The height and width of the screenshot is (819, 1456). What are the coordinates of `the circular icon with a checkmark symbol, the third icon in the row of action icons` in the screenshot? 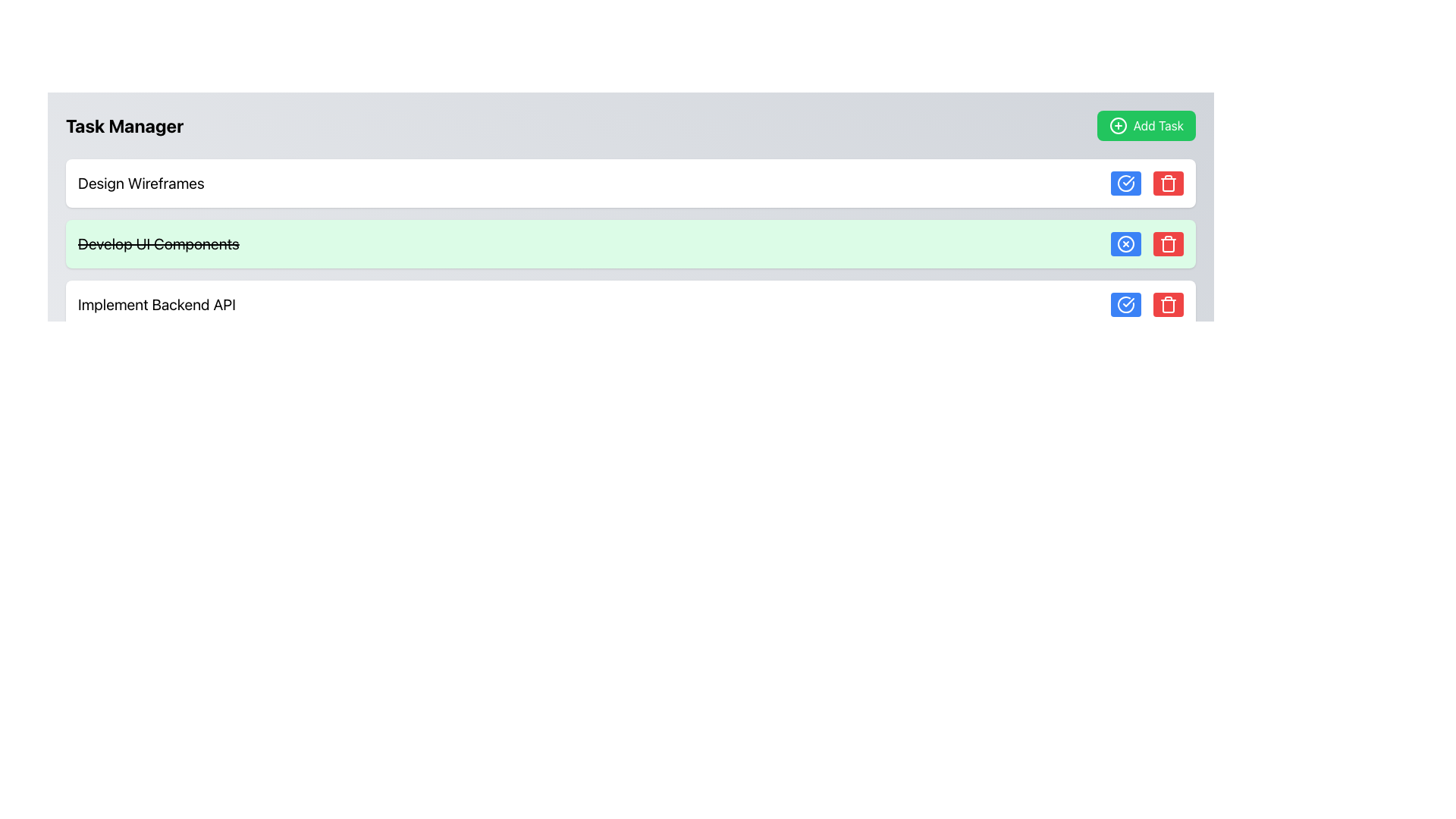 It's located at (1125, 183).